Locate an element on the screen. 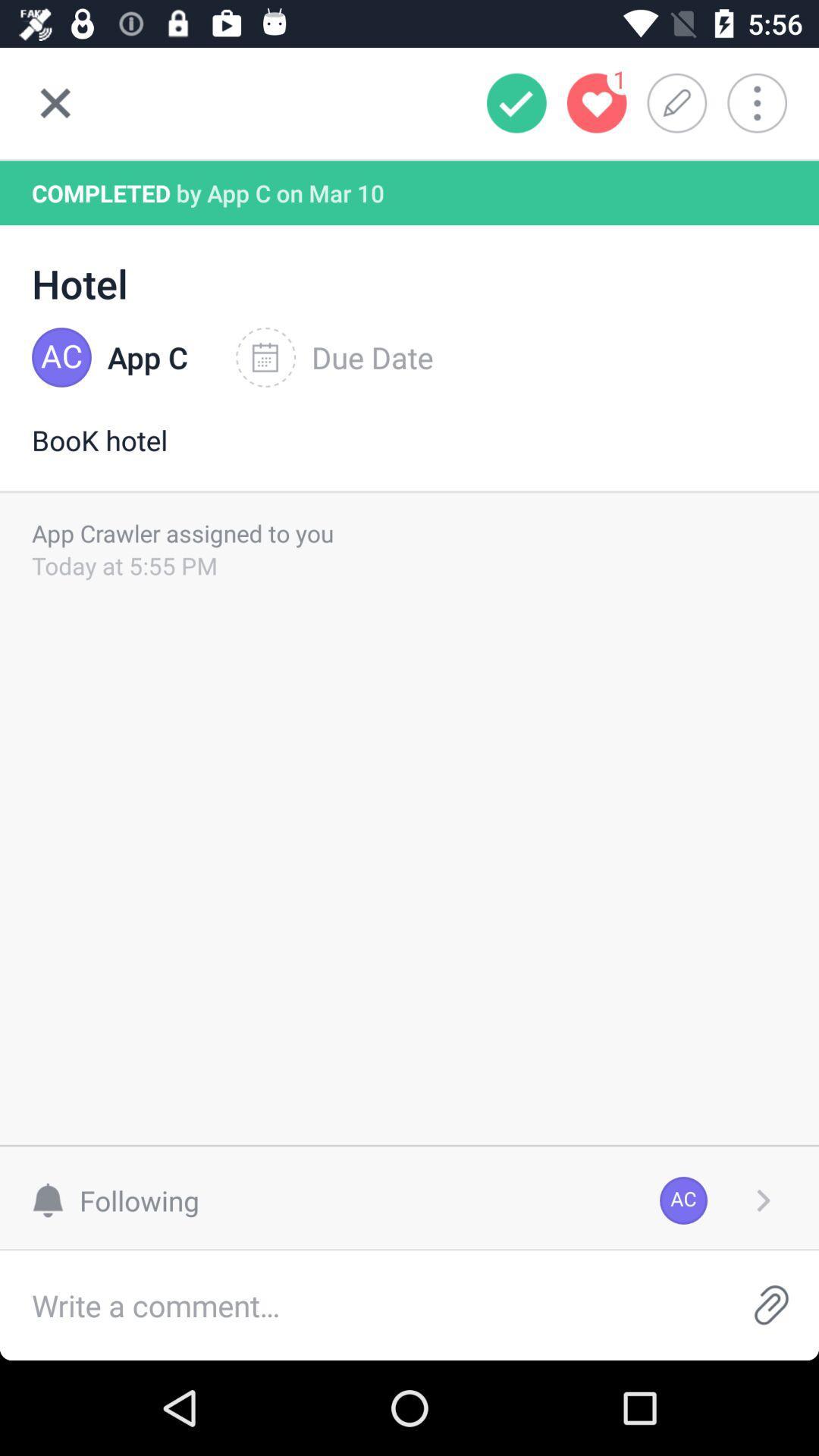 The height and width of the screenshot is (1456, 819). edit to-do is located at coordinates (681, 102).